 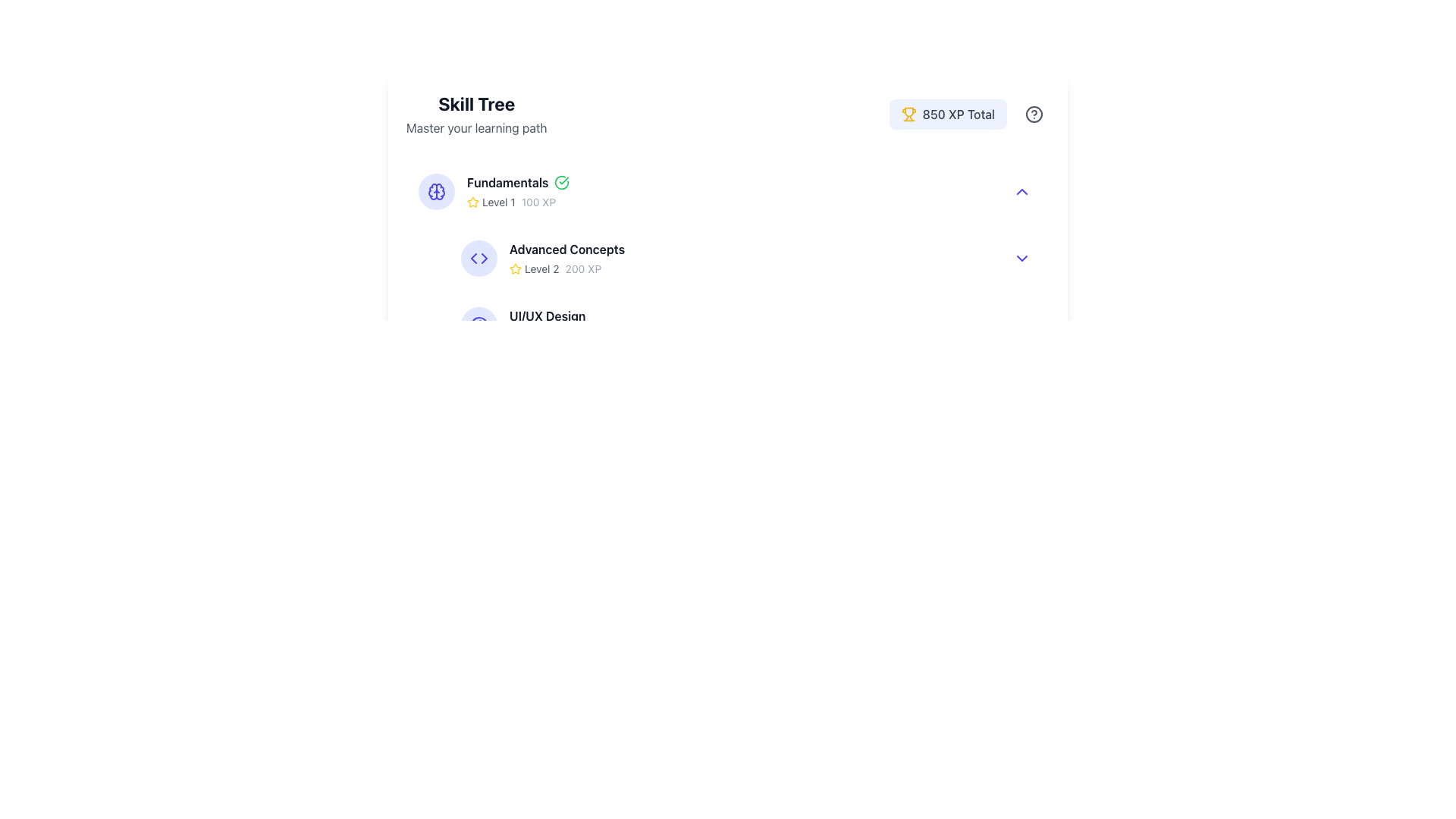 What do you see at coordinates (566, 248) in the screenshot?
I see `the 'Advanced Concepts' text label, which is the second item under the 'Skill Tree' section, located between 'Fundamentals' and 'UI/UX Design'` at bounding box center [566, 248].